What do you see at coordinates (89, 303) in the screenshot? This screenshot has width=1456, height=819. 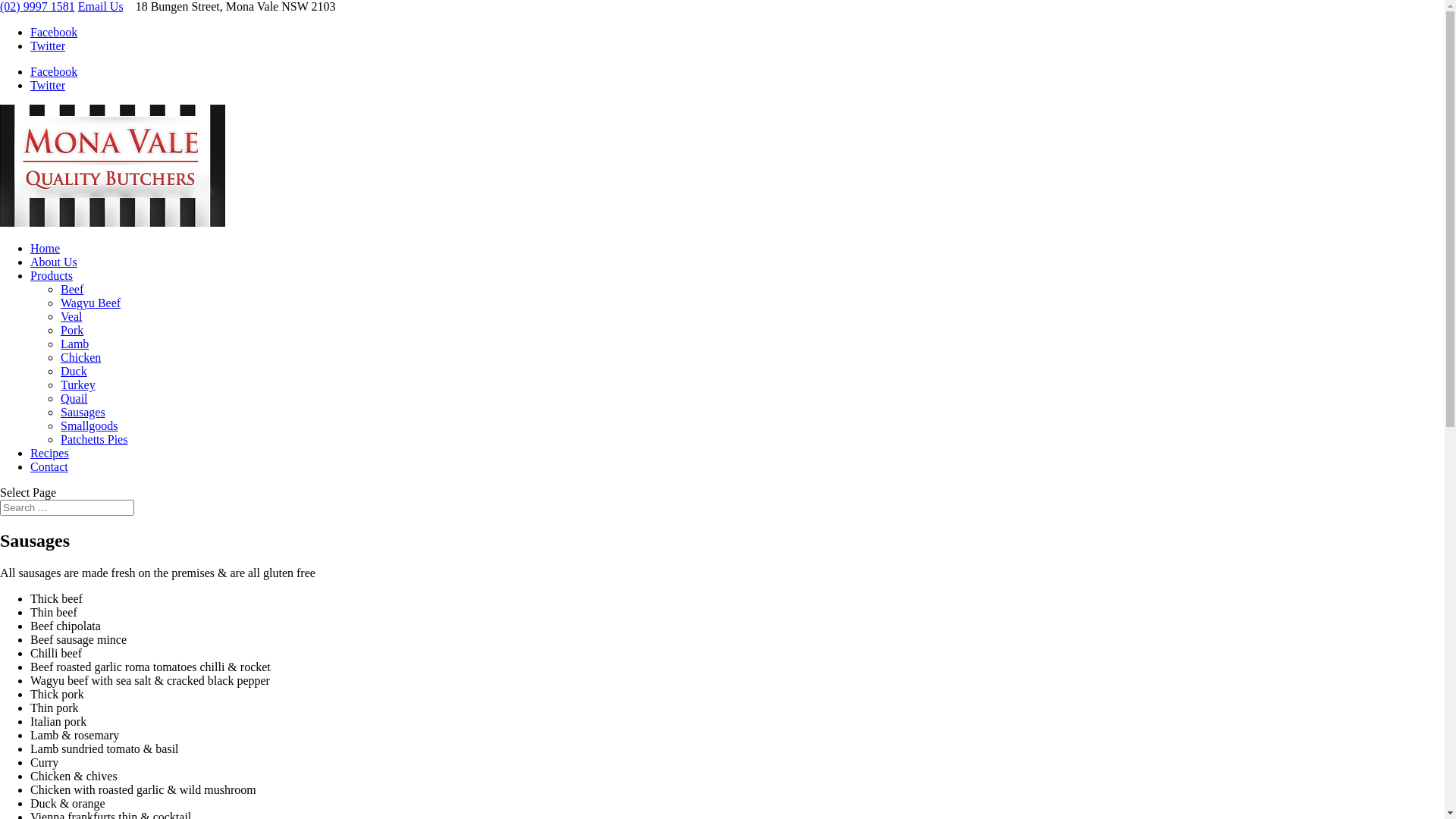 I see `'Wagyu Beef'` at bounding box center [89, 303].